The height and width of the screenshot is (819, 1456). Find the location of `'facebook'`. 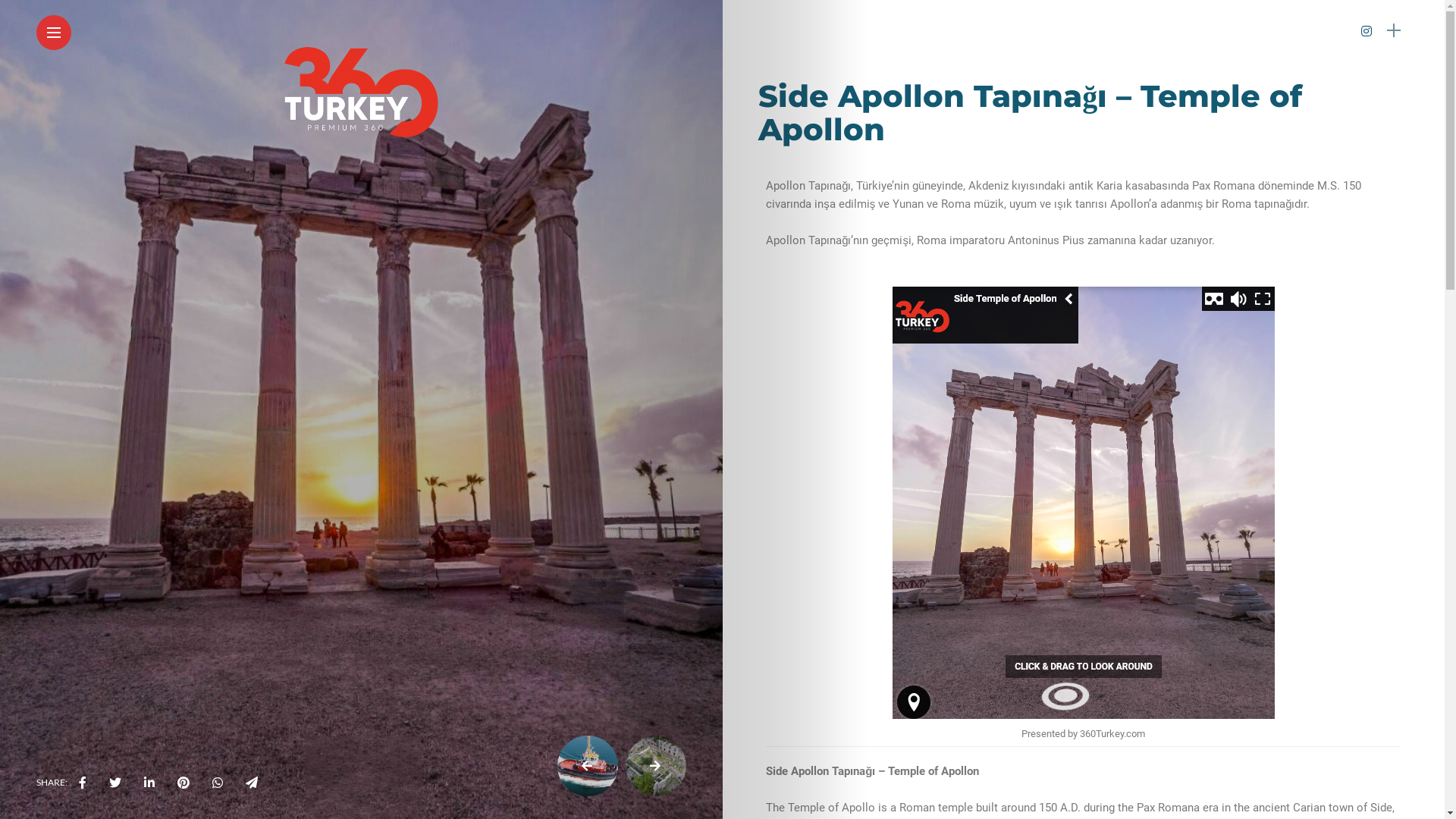

'facebook' is located at coordinates (82, 783).